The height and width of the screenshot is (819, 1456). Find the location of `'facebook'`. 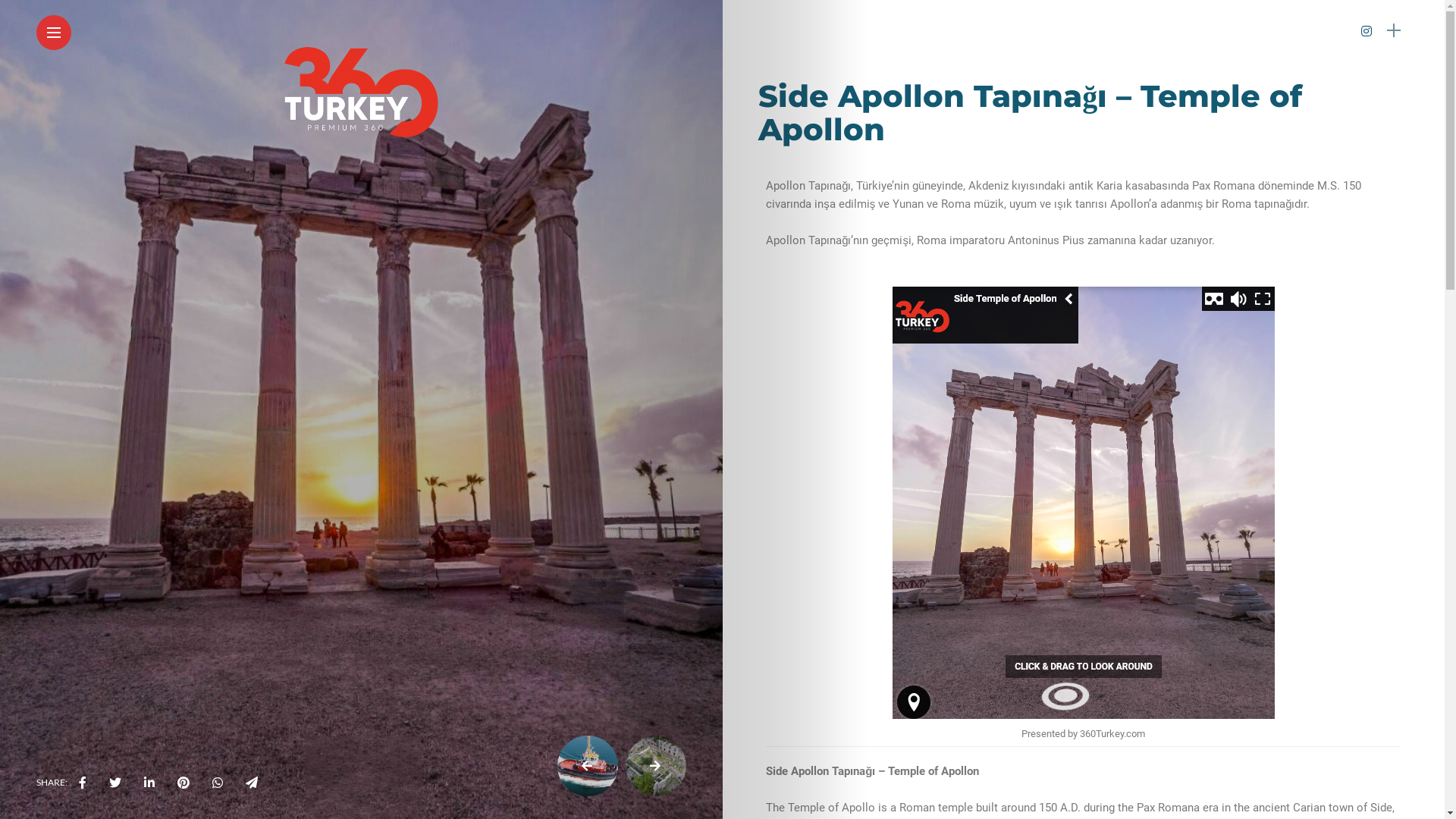

'facebook' is located at coordinates (82, 783).